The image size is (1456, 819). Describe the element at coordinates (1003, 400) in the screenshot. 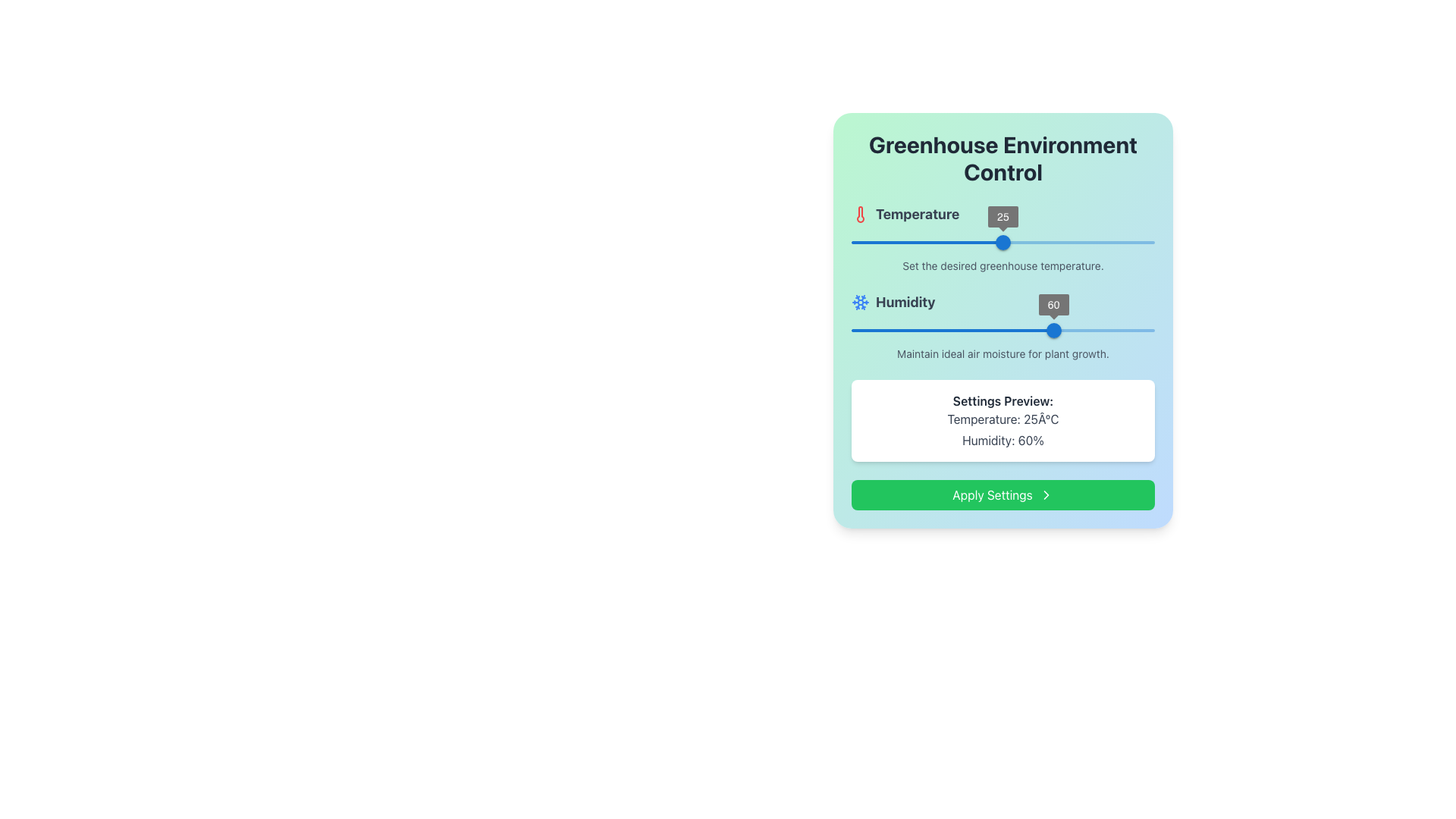

I see `the 'Settings Preview:' text label, which is styled in medium bold dark gray font and is positioned within a white rounded-rectangular section above the 'Apply Settings' button` at that location.